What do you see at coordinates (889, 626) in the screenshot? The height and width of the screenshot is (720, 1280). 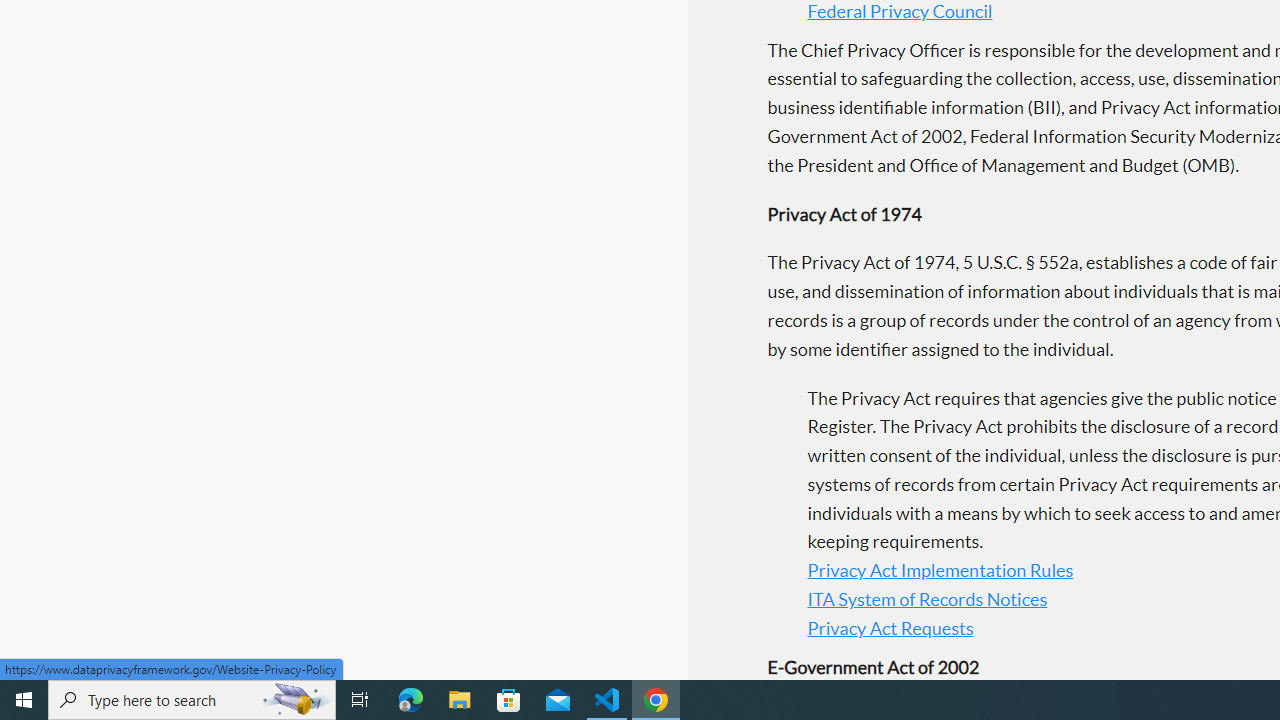 I see `'Privacy Act Requests'` at bounding box center [889, 626].